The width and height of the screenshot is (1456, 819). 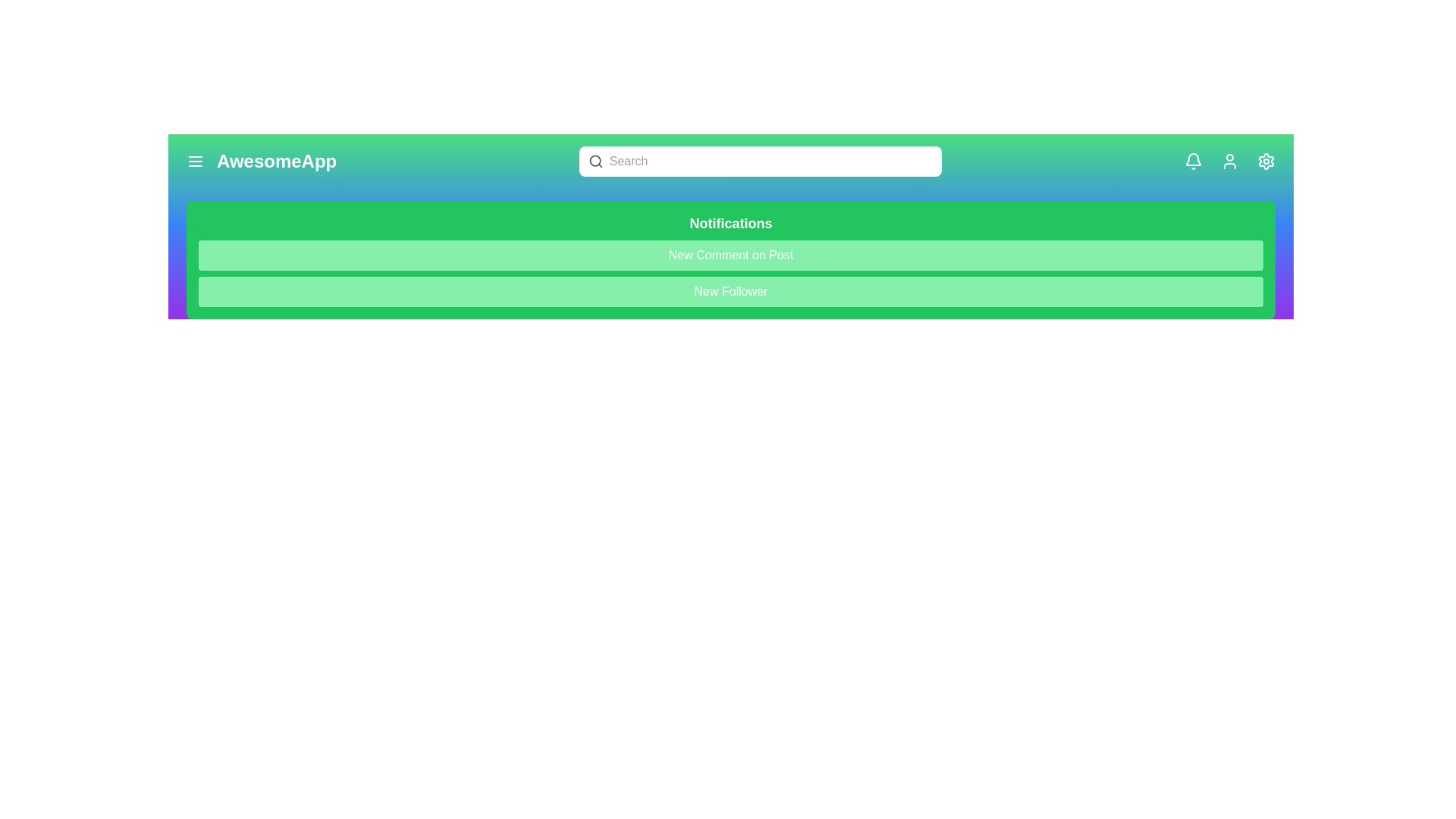 I want to click on the cogwheel icon in the top-right corner of the application interface, so click(x=1266, y=161).